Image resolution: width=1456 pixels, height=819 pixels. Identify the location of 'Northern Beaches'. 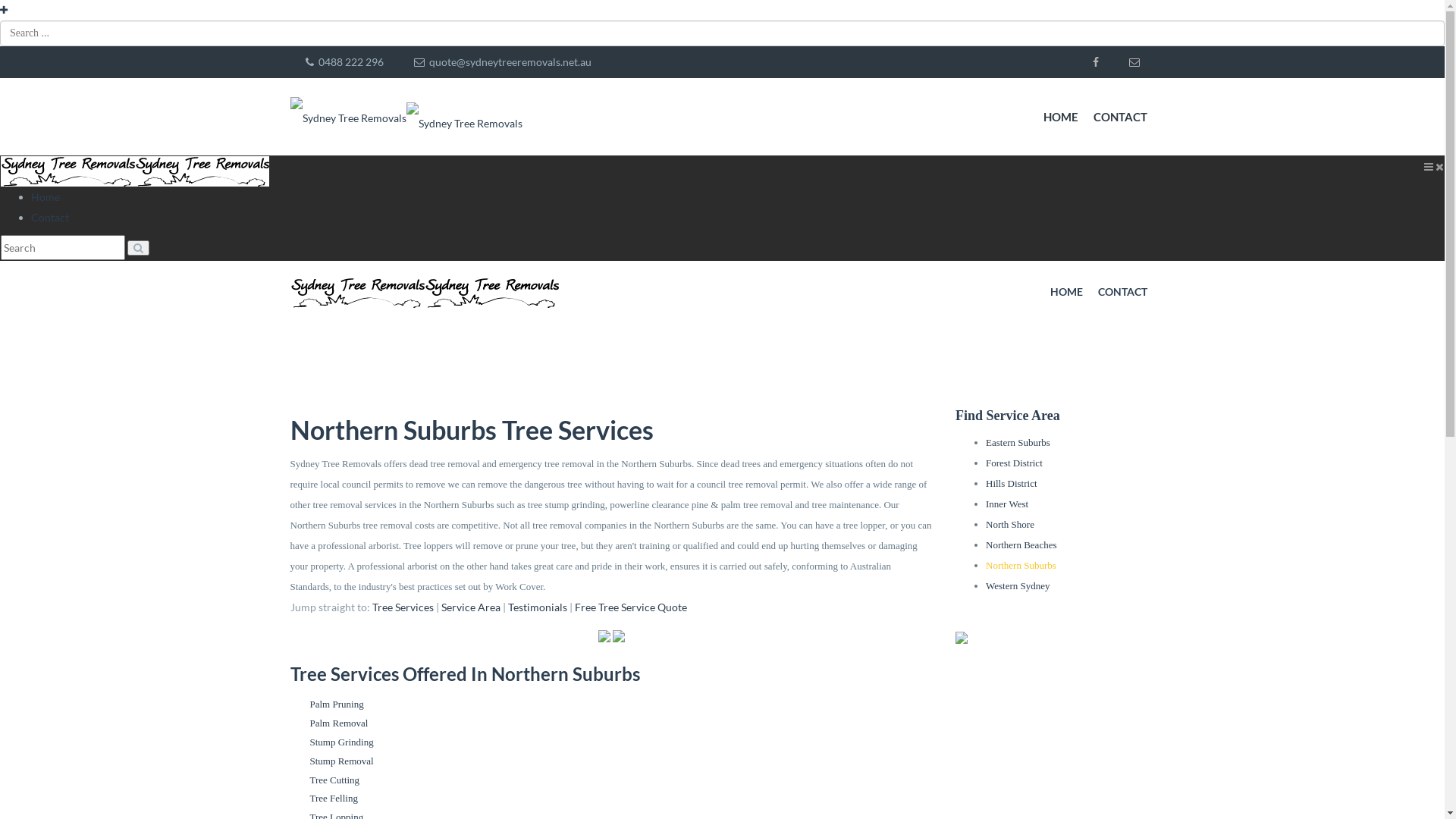
(1021, 544).